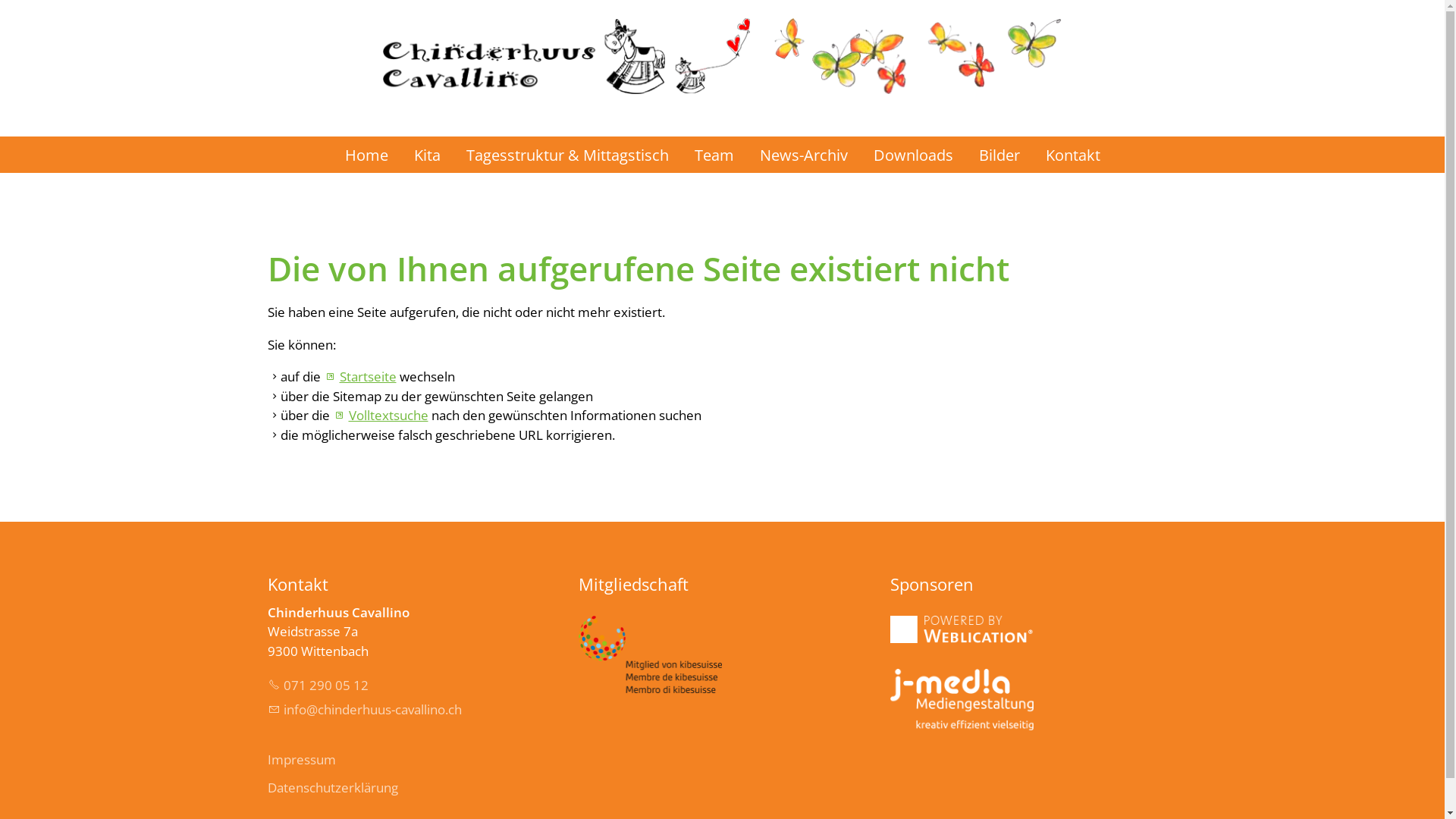  What do you see at coordinates (364, 709) in the screenshot?
I see `'nfchndrhs-cvllnch'` at bounding box center [364, 709].